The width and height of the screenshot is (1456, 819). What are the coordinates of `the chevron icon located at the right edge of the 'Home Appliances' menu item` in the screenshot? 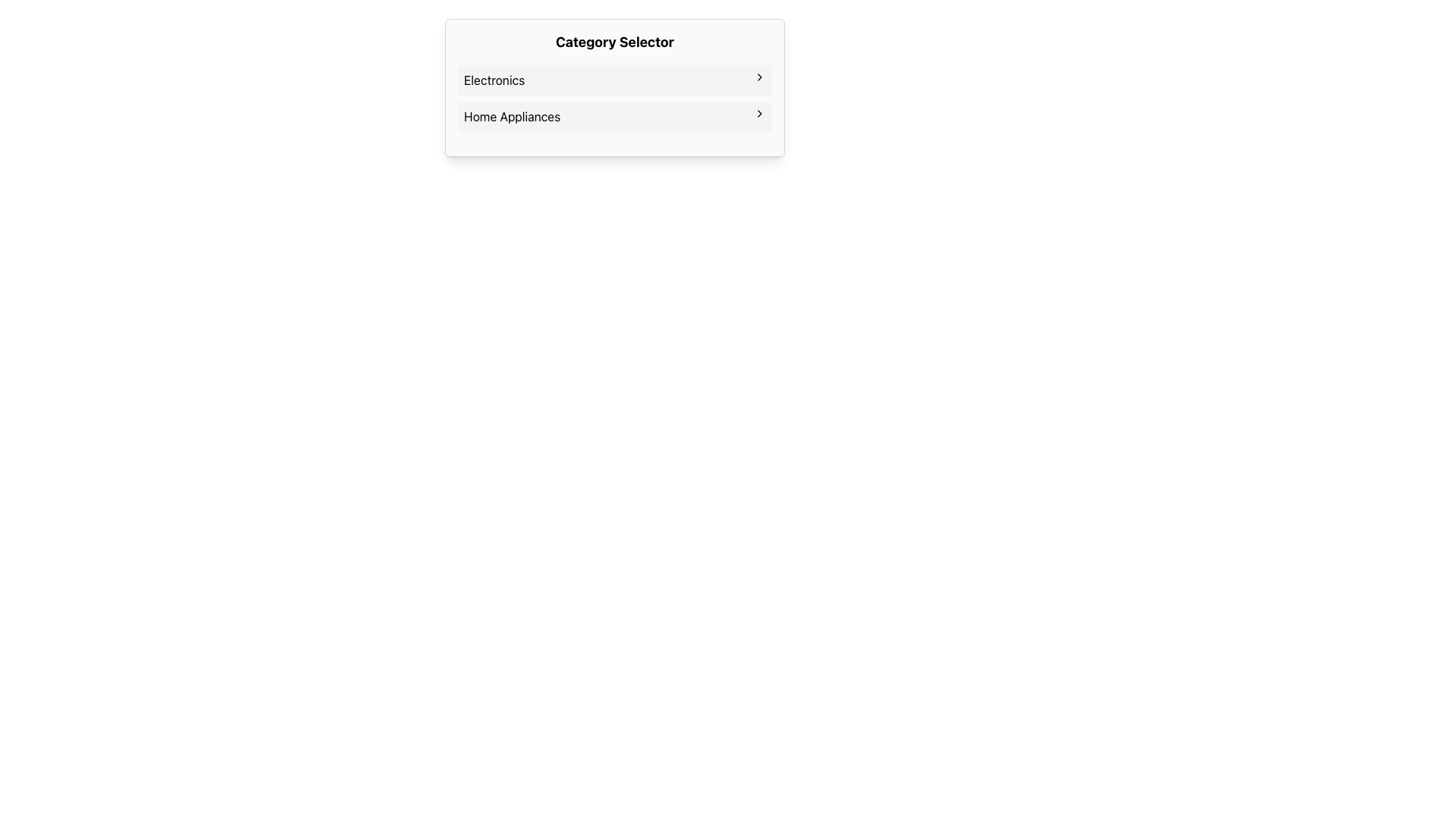 It's located at (760, 113).